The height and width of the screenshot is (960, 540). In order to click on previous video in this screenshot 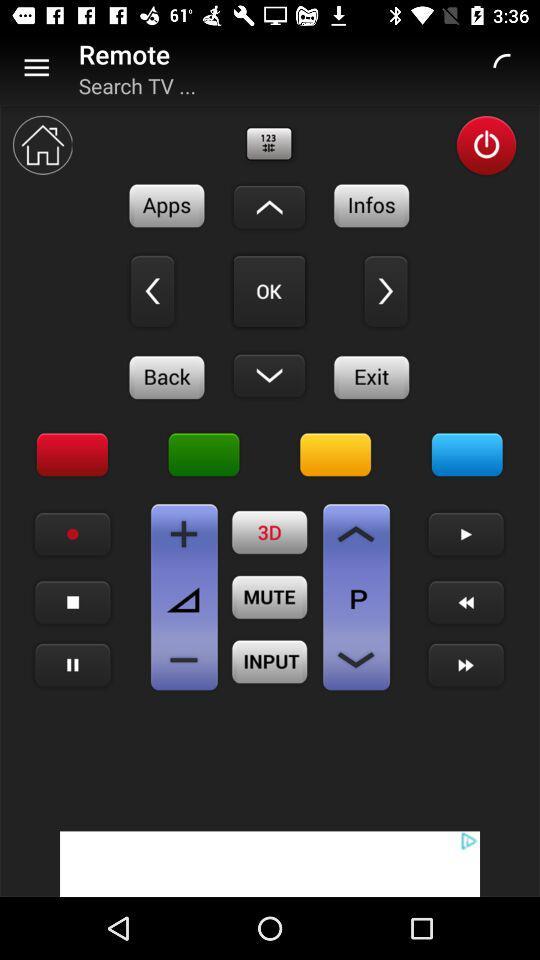, I will do `click(466, 601)`.